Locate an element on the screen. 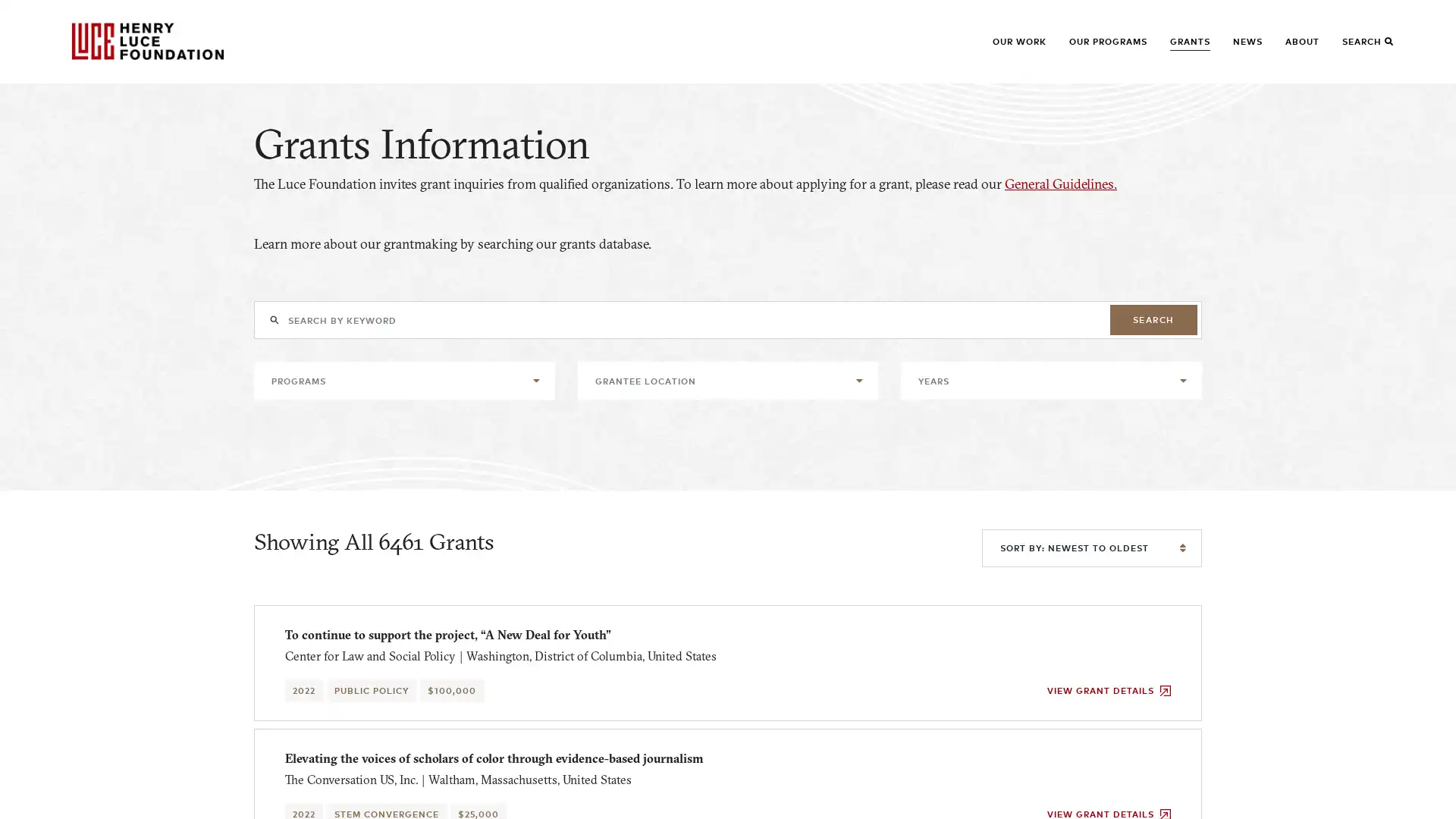 Image resolution: width=1456 pixels, height=819 pixels. YEARS is located at coordinates (1050, 379).